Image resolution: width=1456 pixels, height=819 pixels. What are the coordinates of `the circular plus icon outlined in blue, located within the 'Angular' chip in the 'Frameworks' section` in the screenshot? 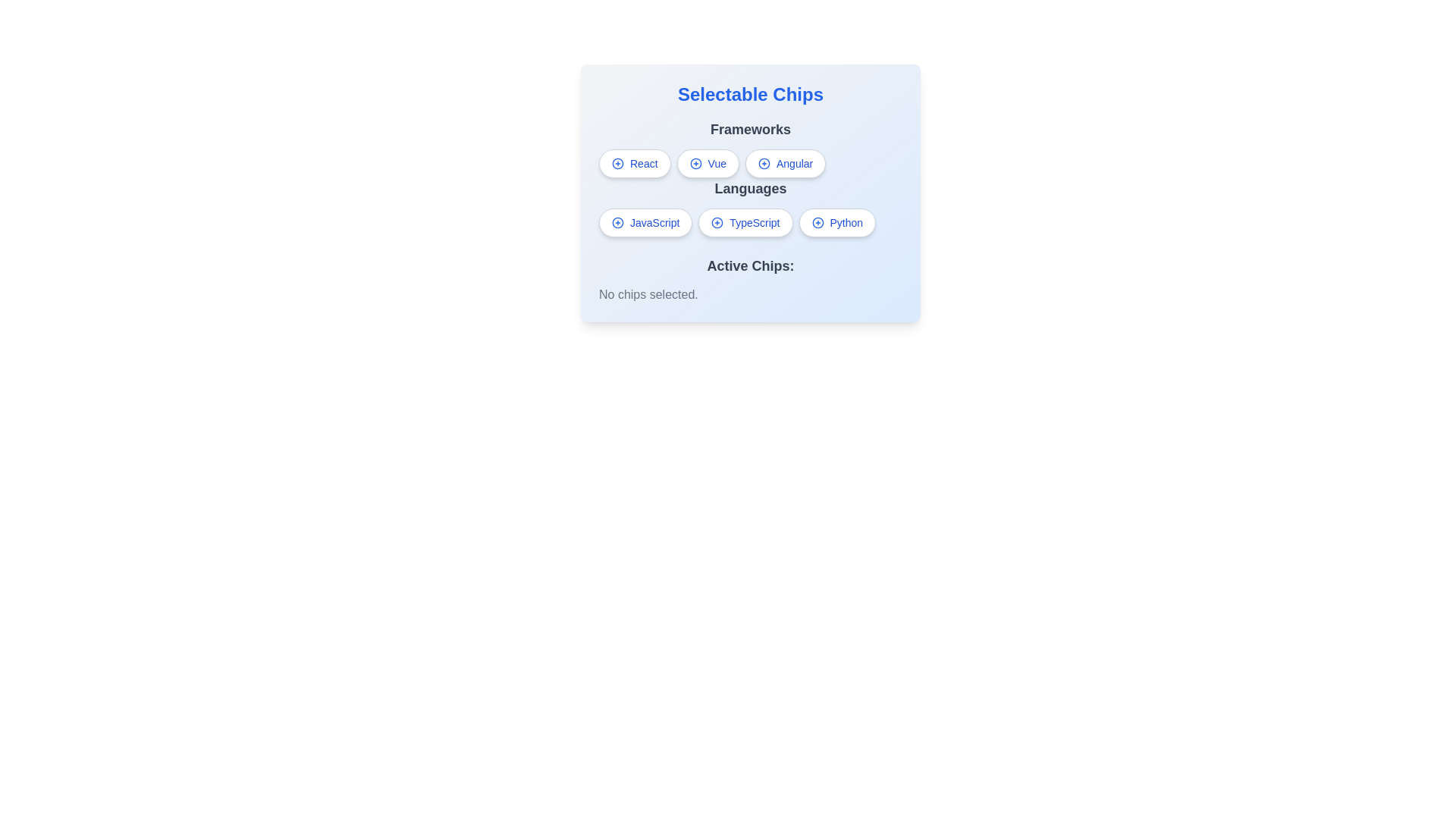 It's located at (764, 164).